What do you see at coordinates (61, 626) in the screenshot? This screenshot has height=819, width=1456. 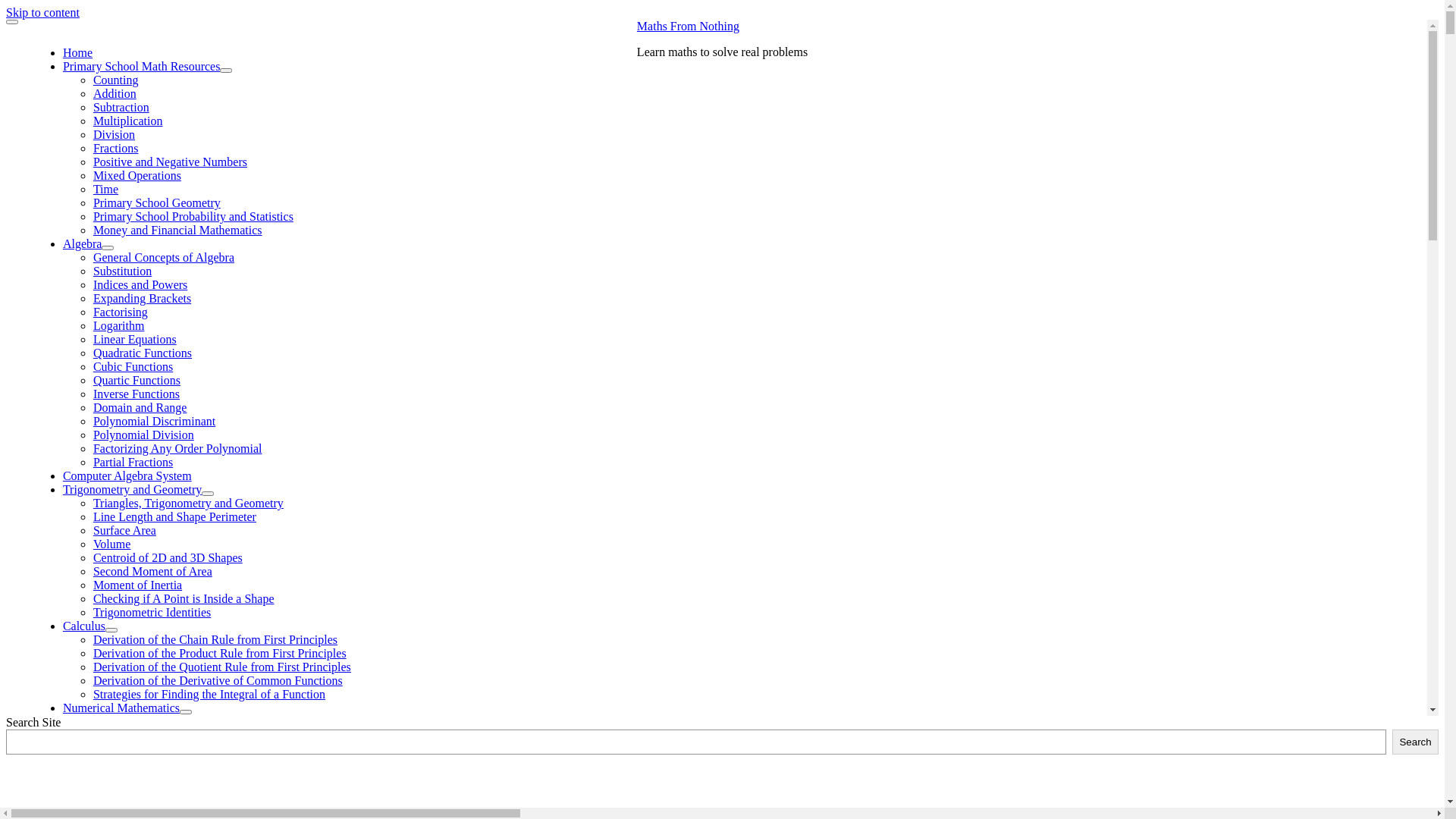 I see `'Calculus'` at bounding box center [61, 626].